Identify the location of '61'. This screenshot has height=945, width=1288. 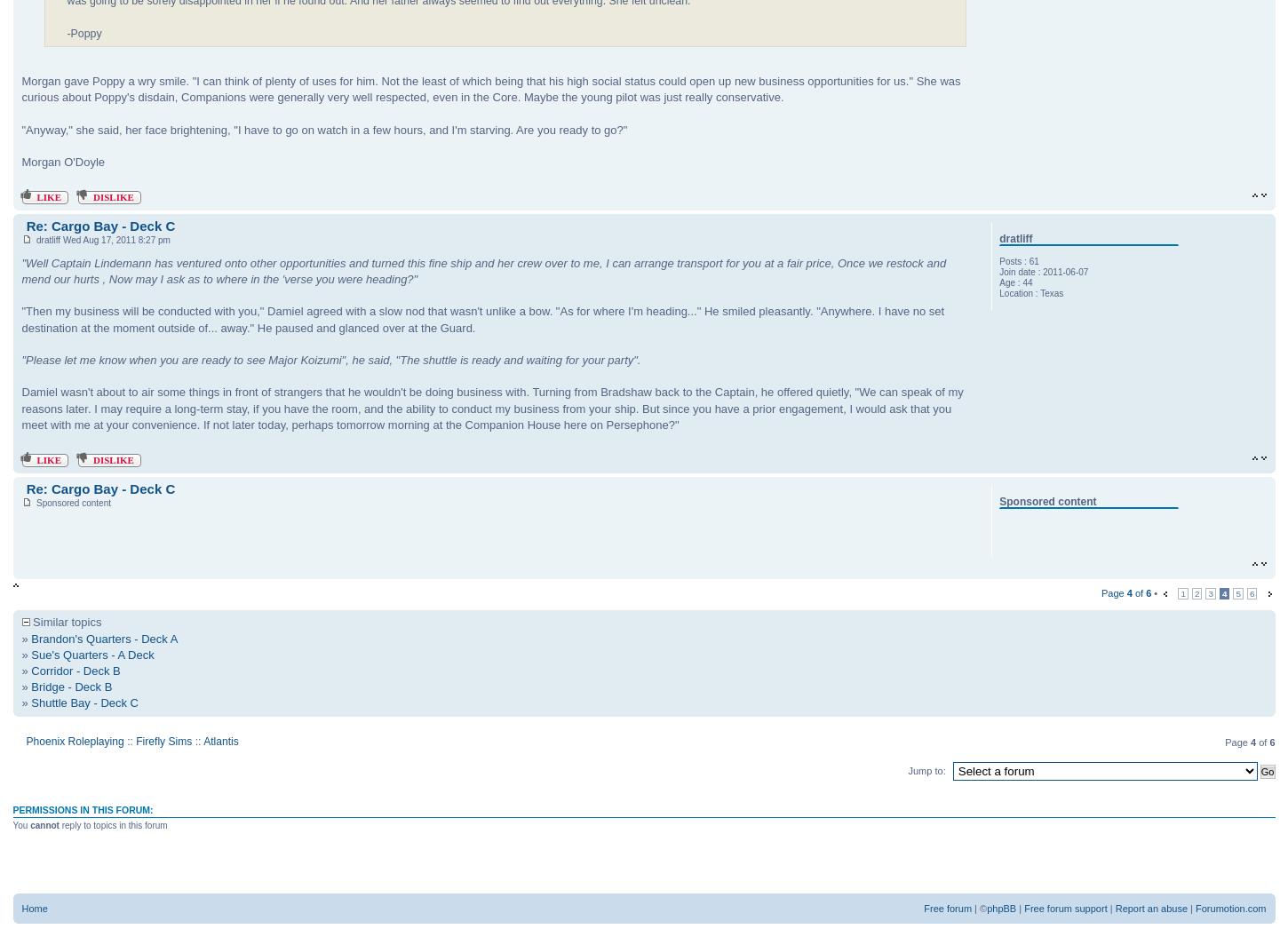
(1032, 261).